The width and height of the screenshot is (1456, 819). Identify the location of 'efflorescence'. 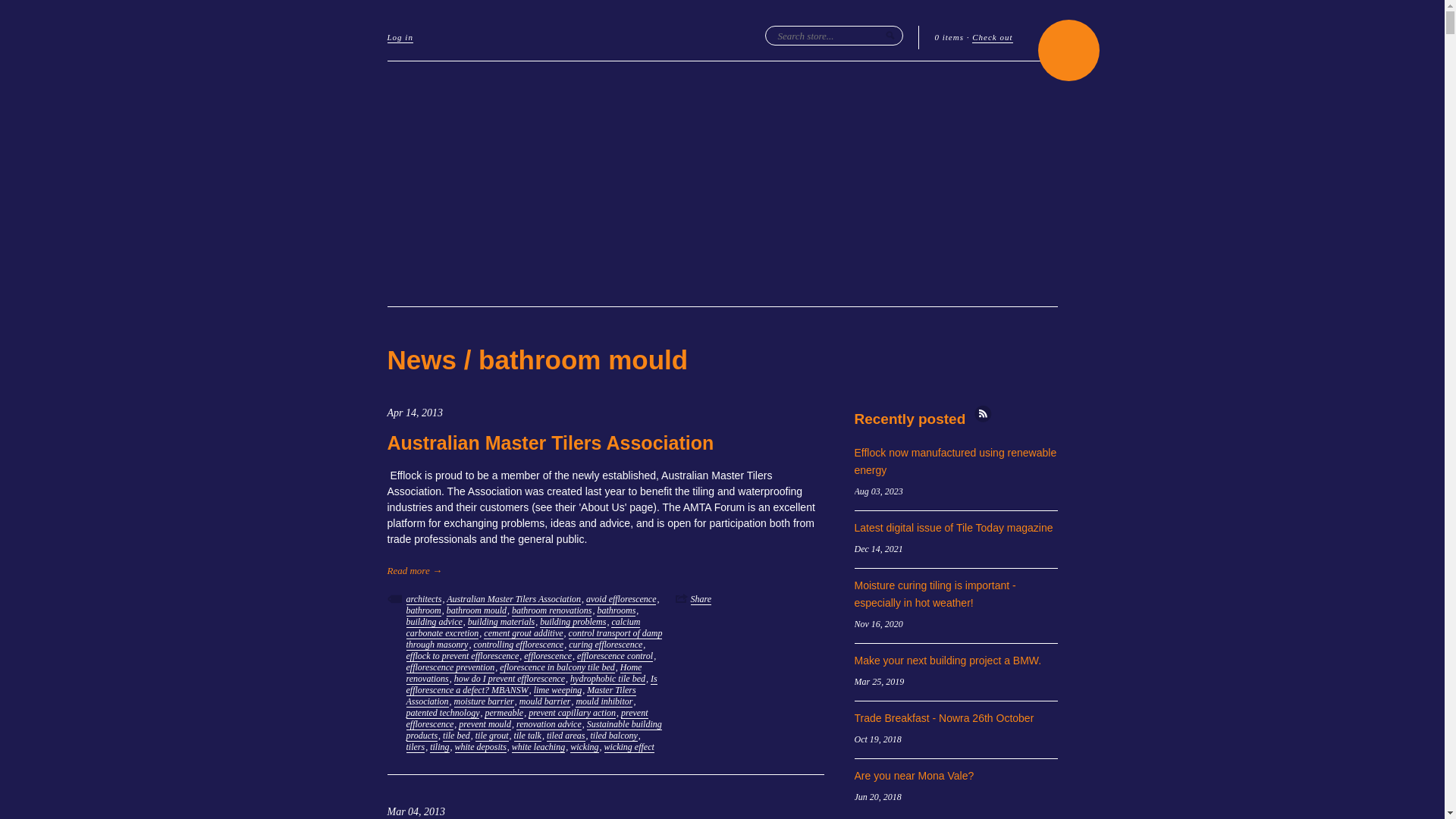
(547, 655).